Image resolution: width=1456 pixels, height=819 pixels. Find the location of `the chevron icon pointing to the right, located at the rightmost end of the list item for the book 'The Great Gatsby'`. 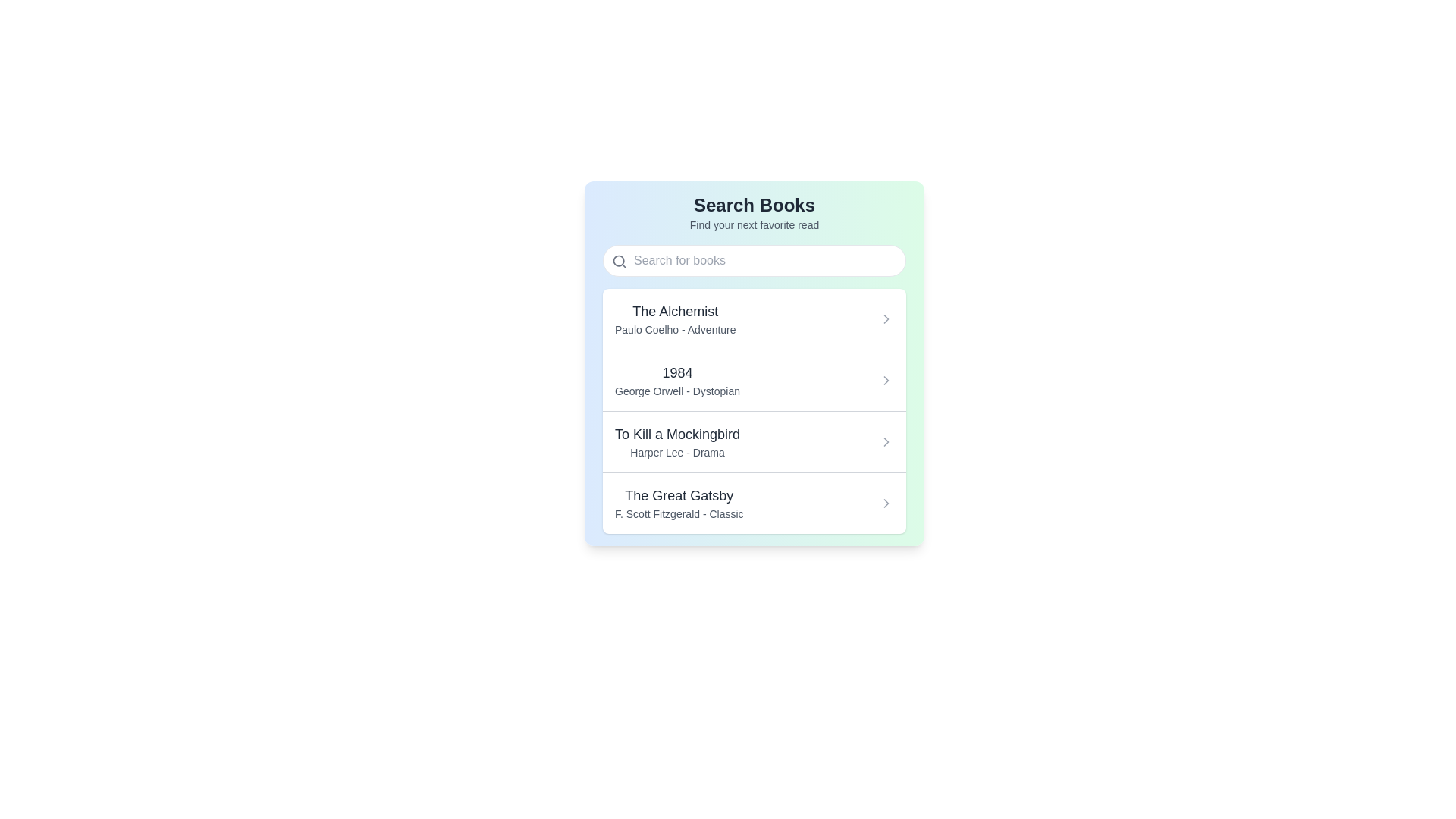

the chevron icon pointing to the right, located at the rightmost end of the list item for the book 'The Great Gatsby' is located at coordinates (886, 503).